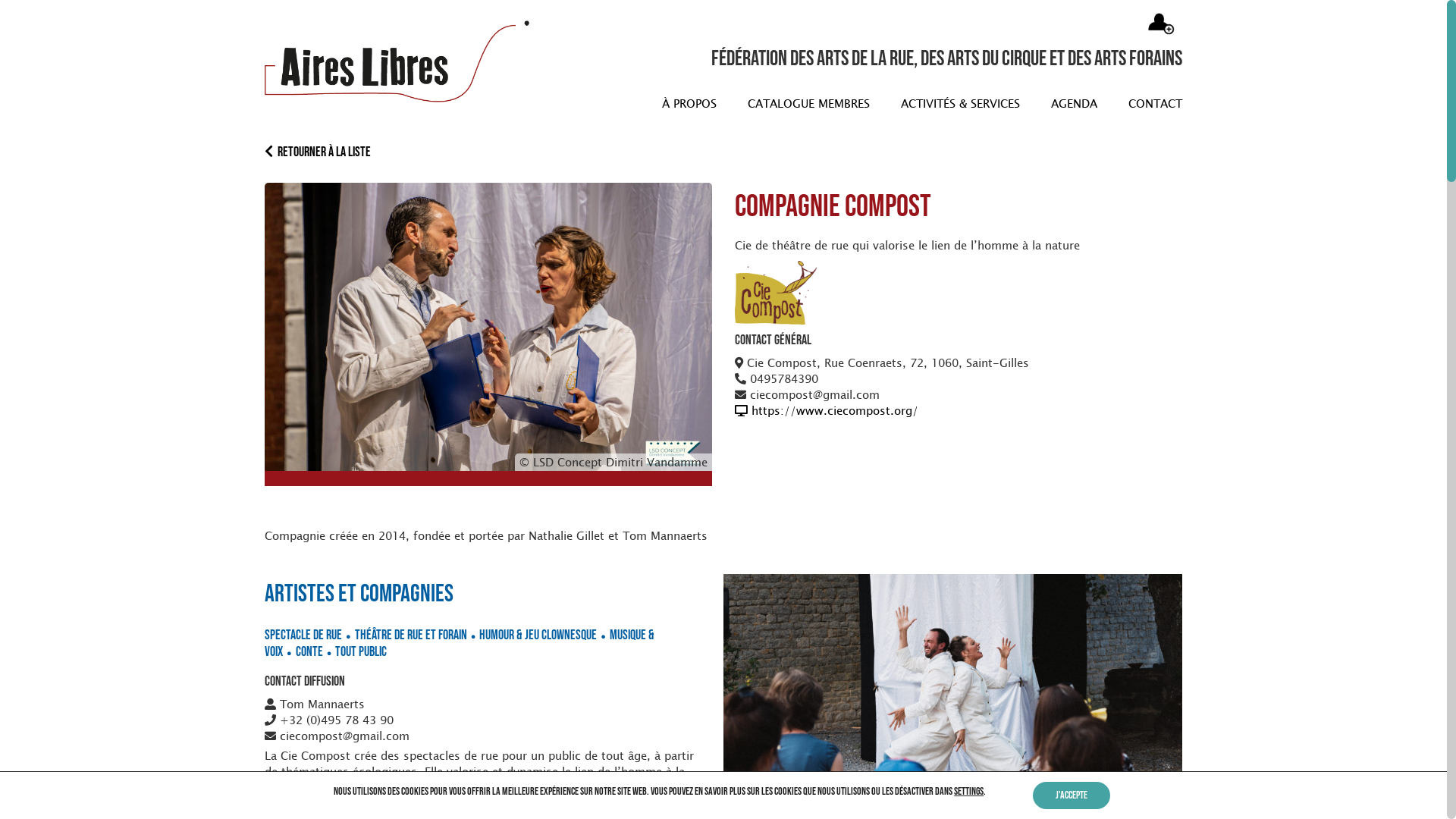 The width and height of the screenshot is (1456, 819). Describe the element at coordinates (1041, 102) in the screenshot. I see `'AGENDA'` at that location.